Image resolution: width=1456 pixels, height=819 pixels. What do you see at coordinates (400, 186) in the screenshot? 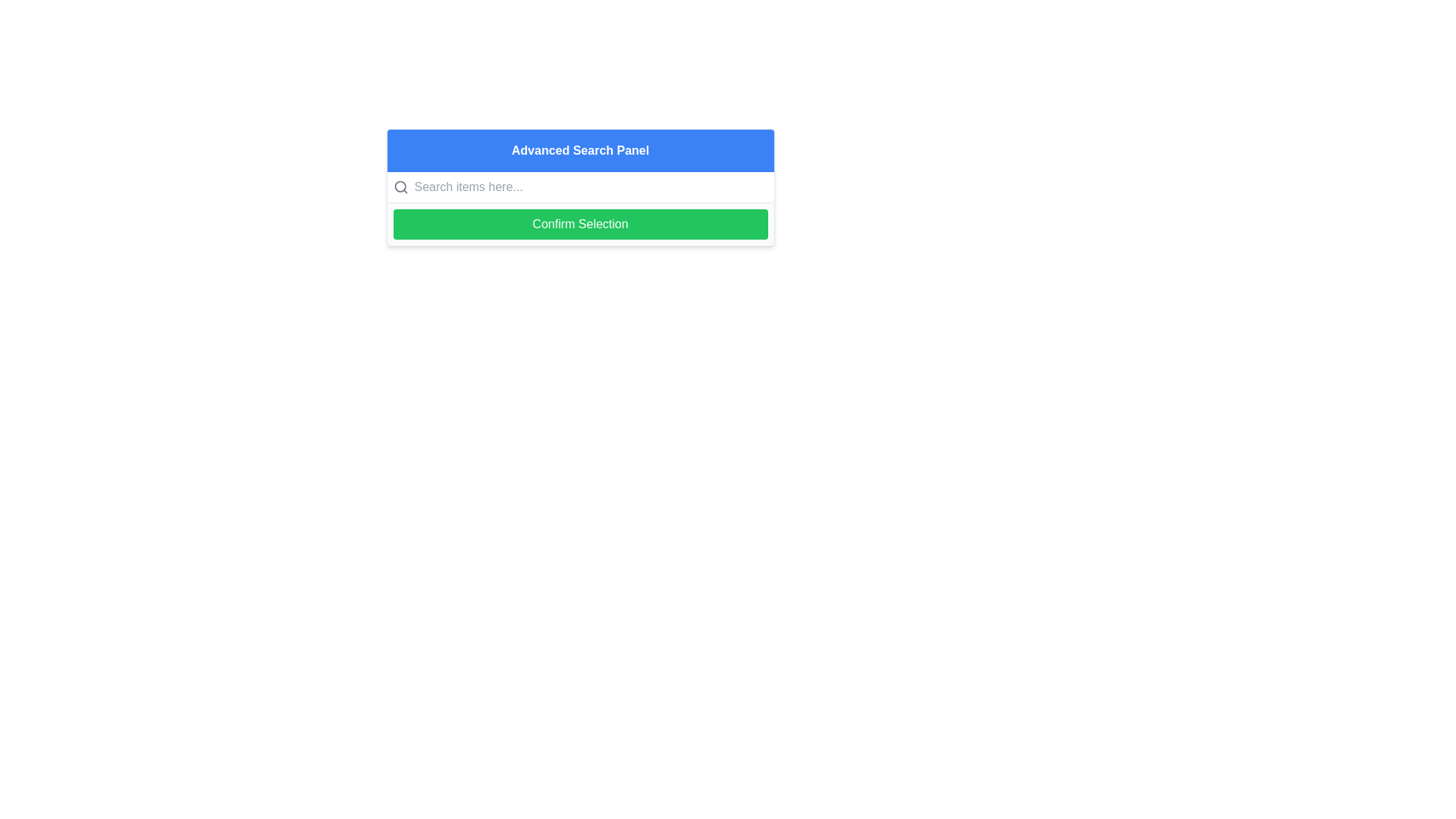
I see `the decorative SVG graphic circle representing the lens area of the magnifying glass icon, which is located to the left of the 'Search items here...' text input field` at bounding box center [400, 186].